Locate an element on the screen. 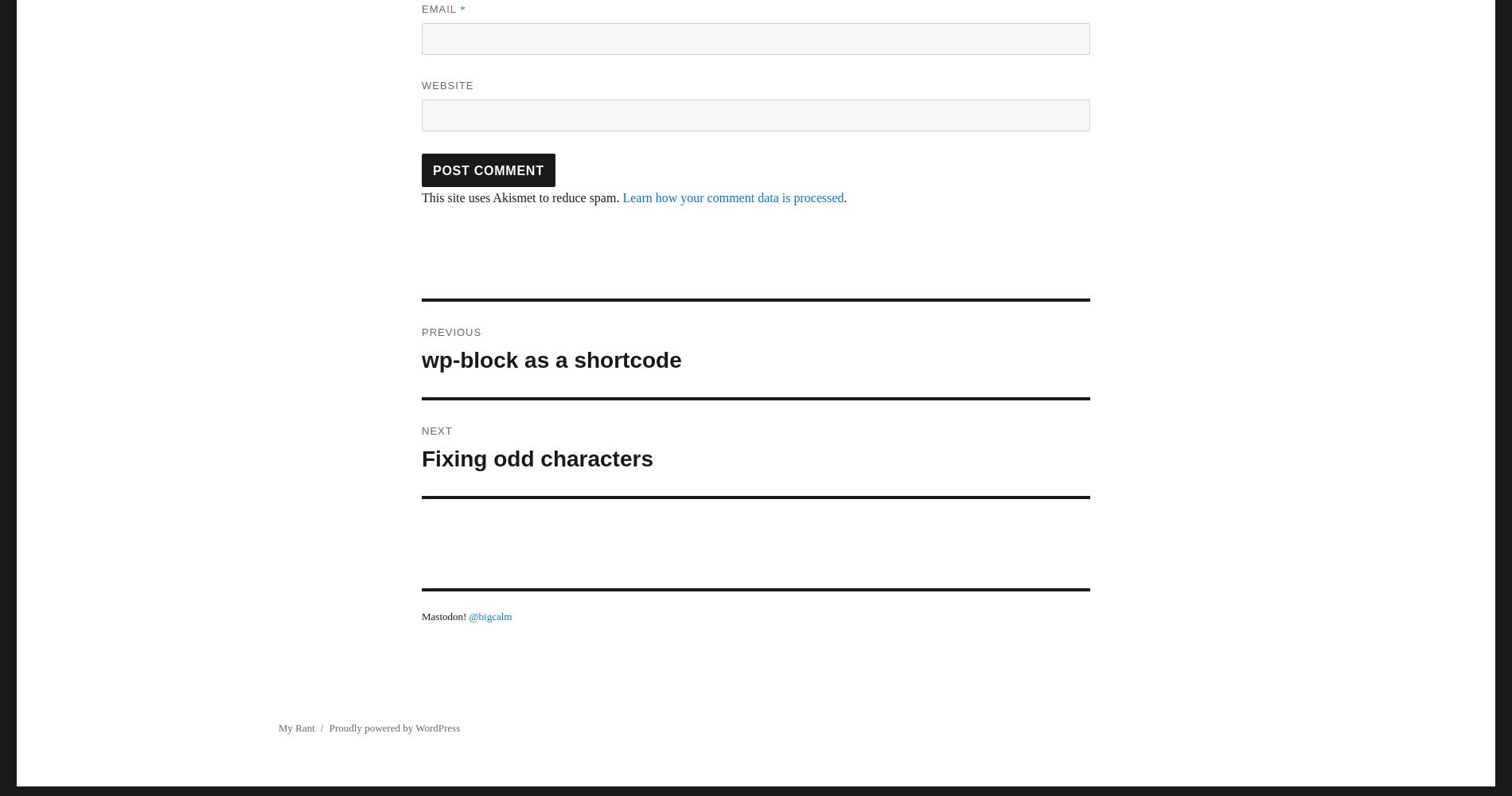 The height and width of the screenshot is (796, 1512). 'wp-block as a shortcode' is located at coordinates (551, 359).